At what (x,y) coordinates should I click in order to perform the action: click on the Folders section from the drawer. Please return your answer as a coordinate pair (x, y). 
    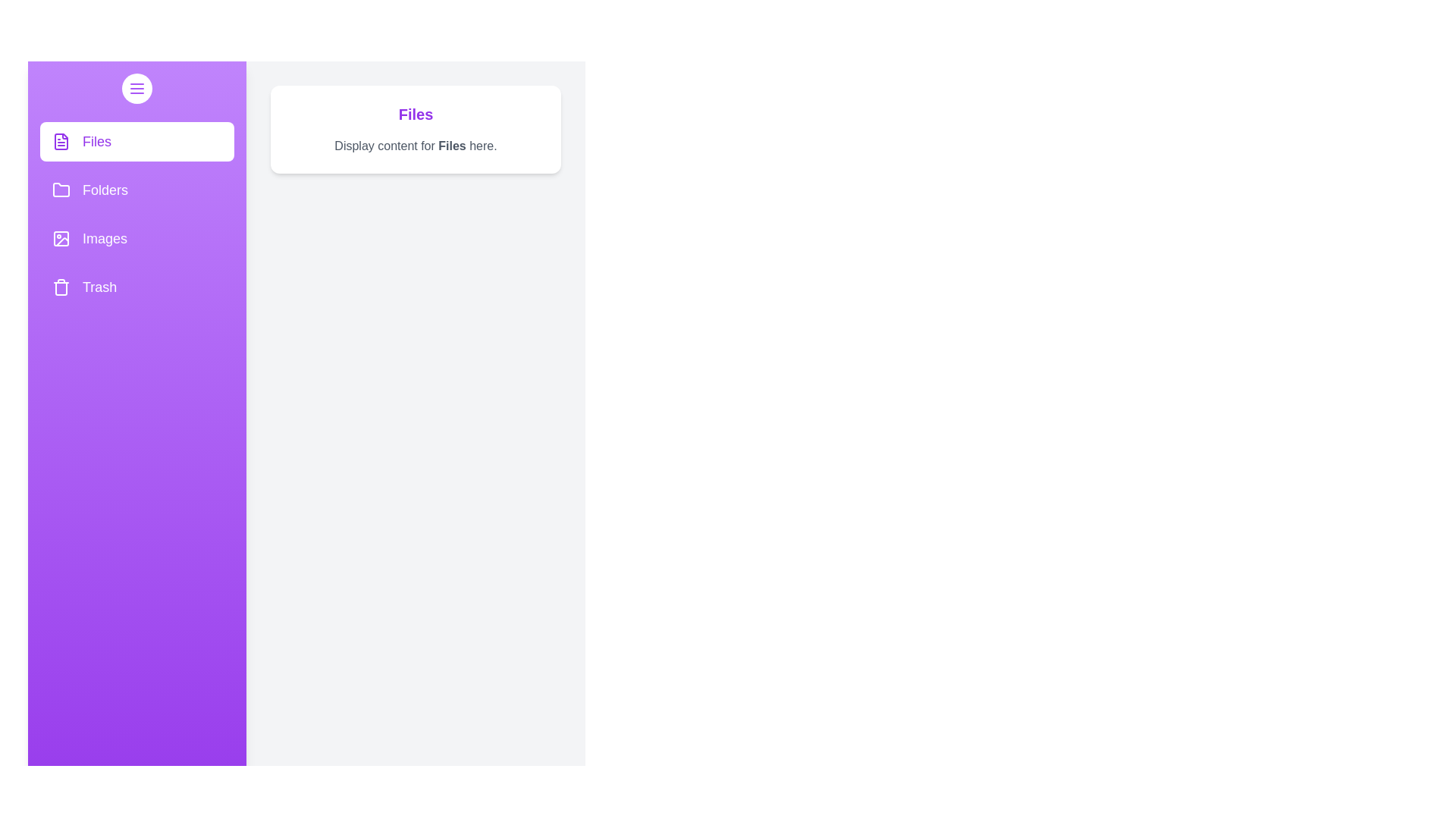
    Looking at the image, I should click on (137, 189).